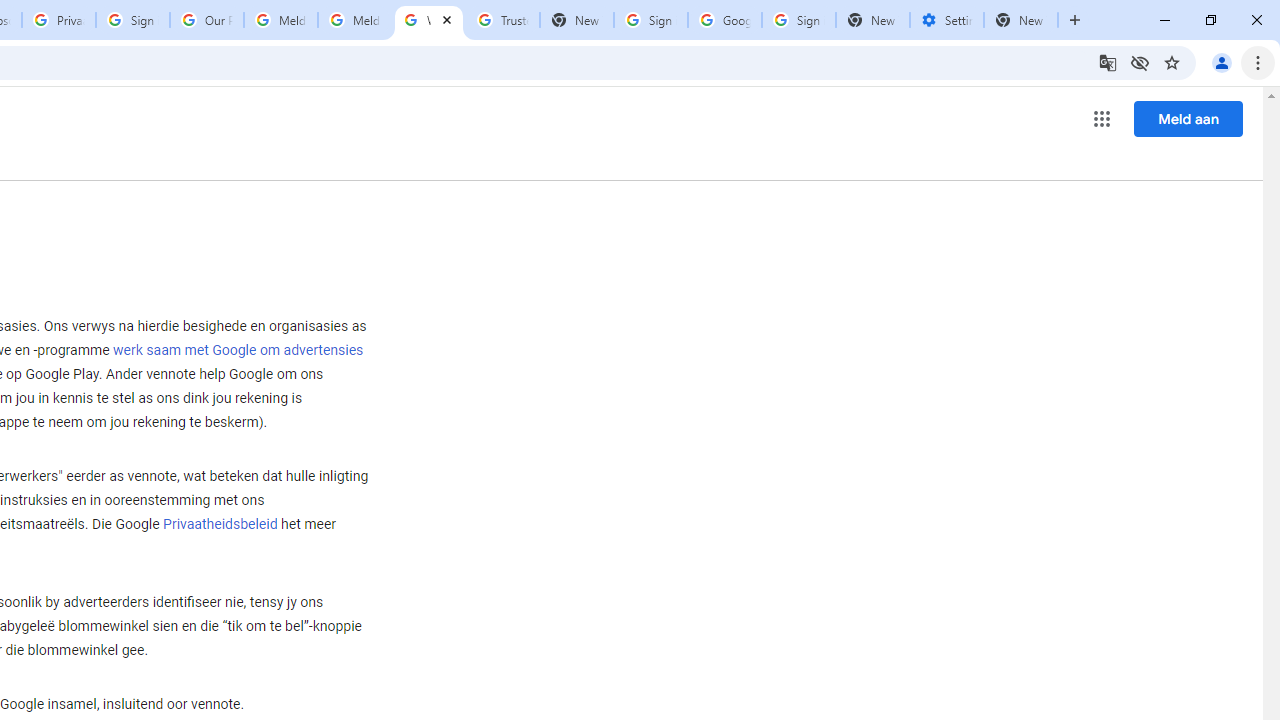  Describe the element at coordinates (1021, 20) in the screenshot. I see `'New Tab'` at that location.